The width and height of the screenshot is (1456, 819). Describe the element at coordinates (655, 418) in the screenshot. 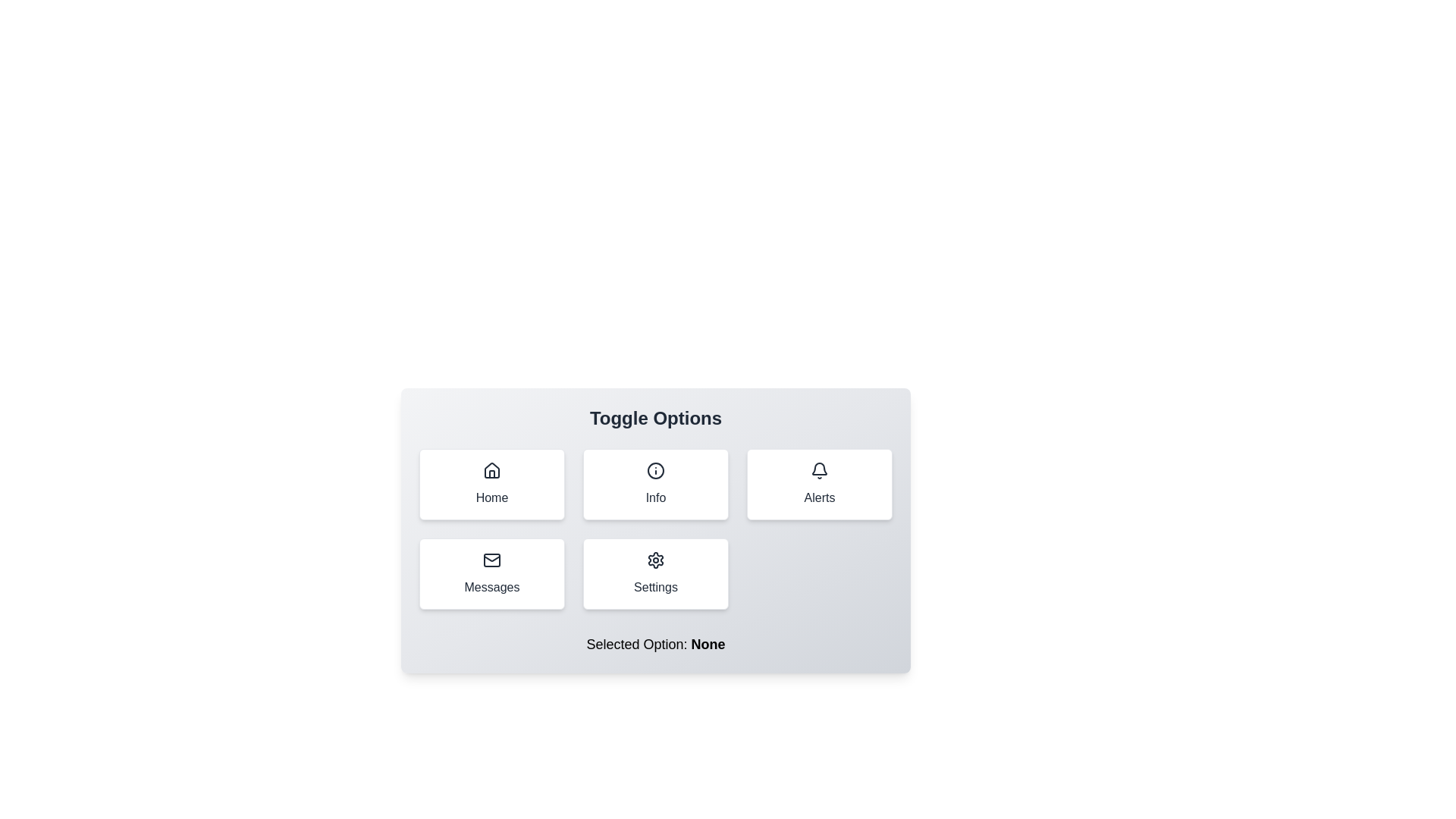

I see `the Static Text element that serves as a title for the section, positioned centrally above the options labeled 'Home', 'Info', 'Alerts', etc` at that location.